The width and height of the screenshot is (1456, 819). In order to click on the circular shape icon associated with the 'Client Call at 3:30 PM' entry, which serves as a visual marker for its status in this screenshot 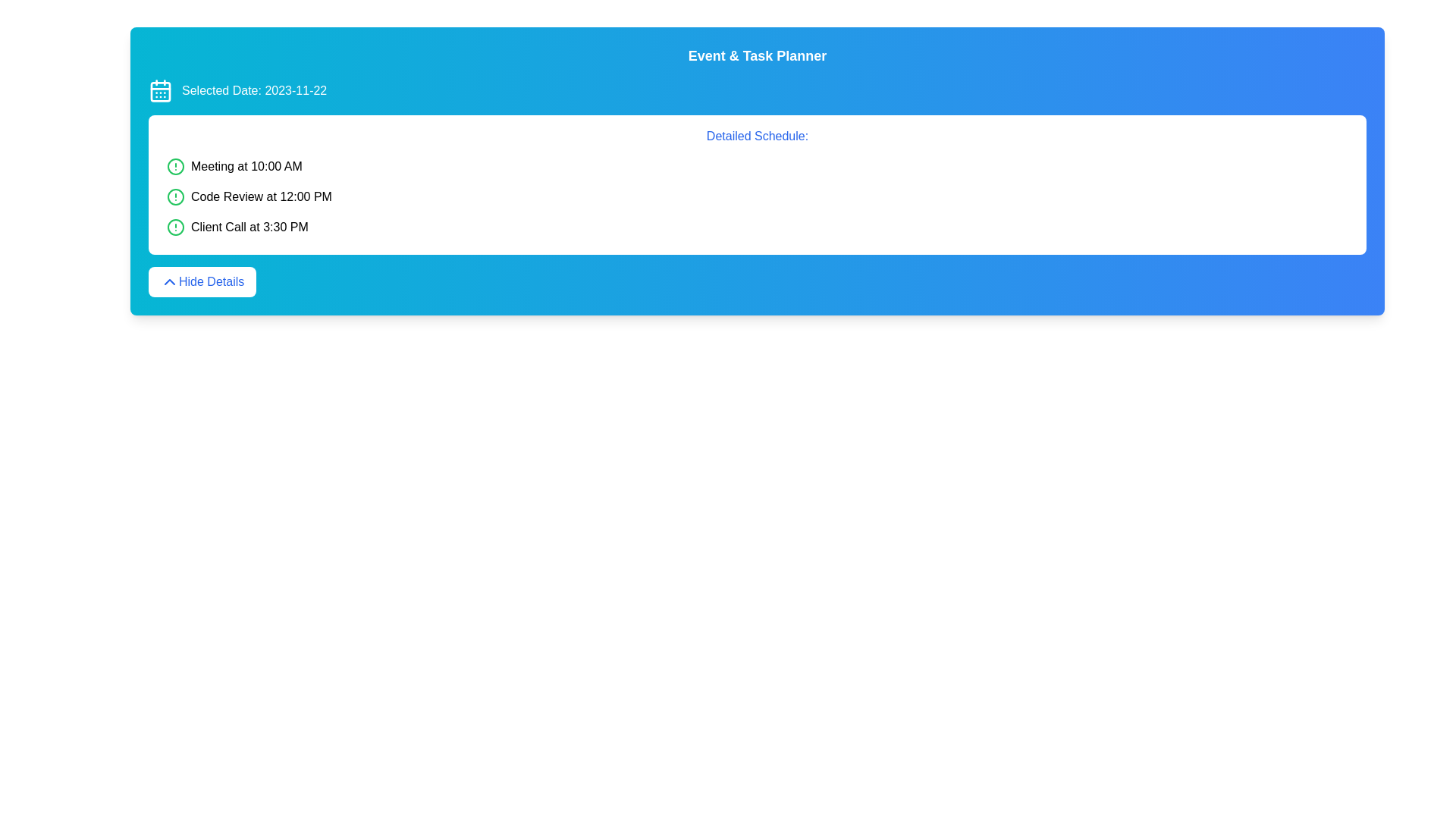, I will do `click(175, 227)`.